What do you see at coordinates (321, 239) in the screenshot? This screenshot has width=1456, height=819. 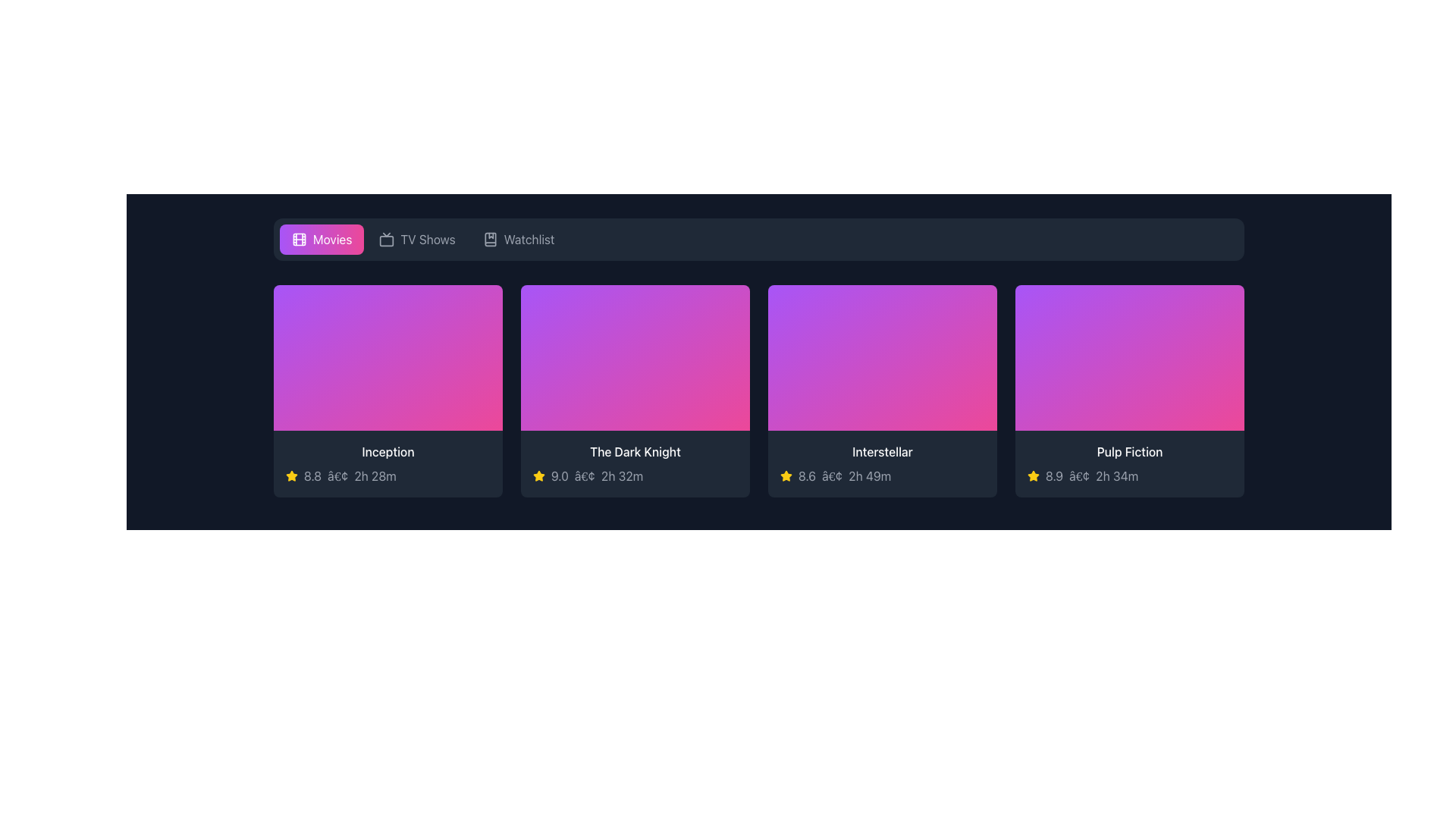 I see `the first button in the navigation bar which leads to the 'Movies' section` at bounding box center [321, 239].